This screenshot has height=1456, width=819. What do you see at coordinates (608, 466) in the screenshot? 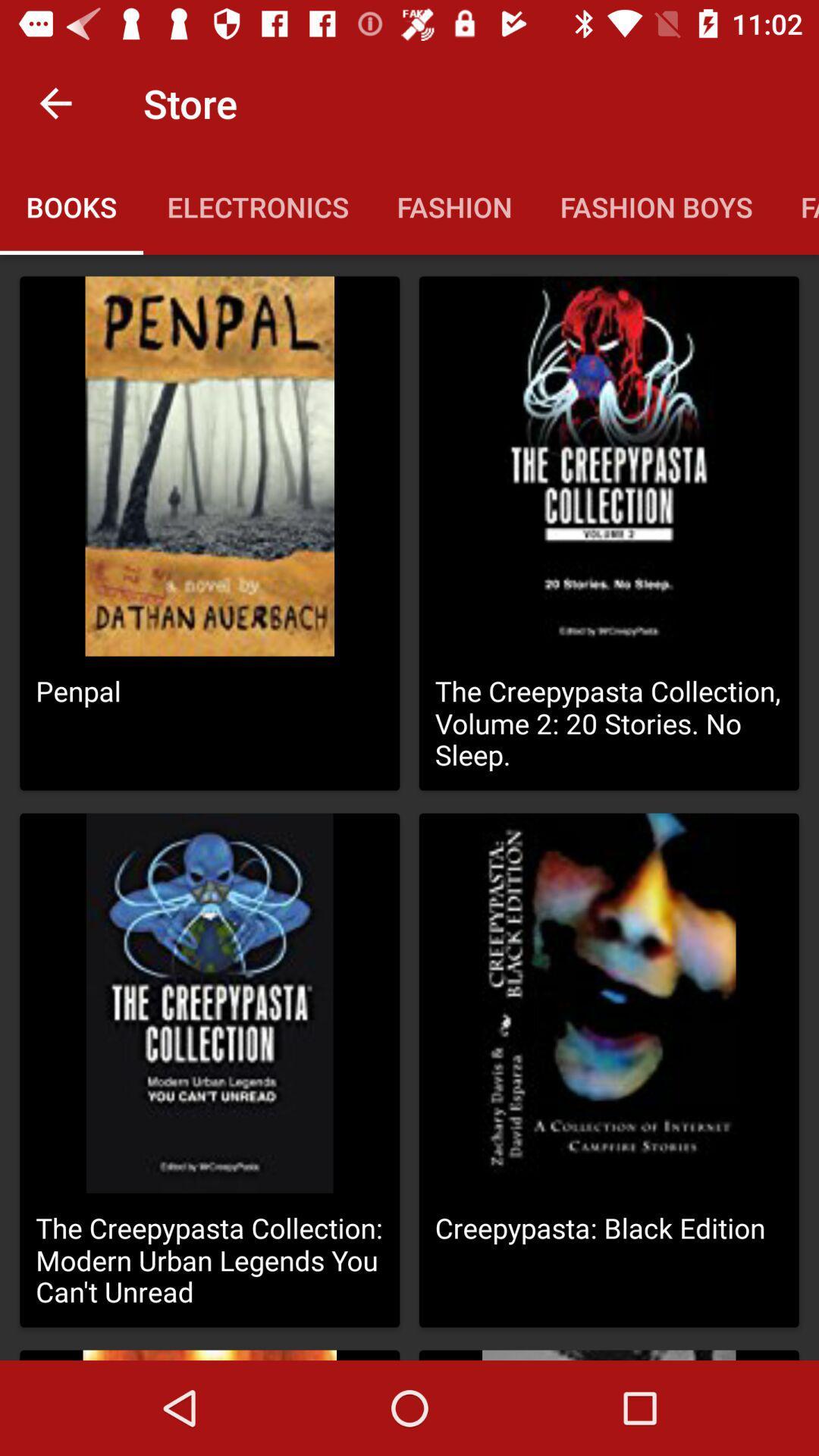
I see `the second image` at bounding box center [608, 466].